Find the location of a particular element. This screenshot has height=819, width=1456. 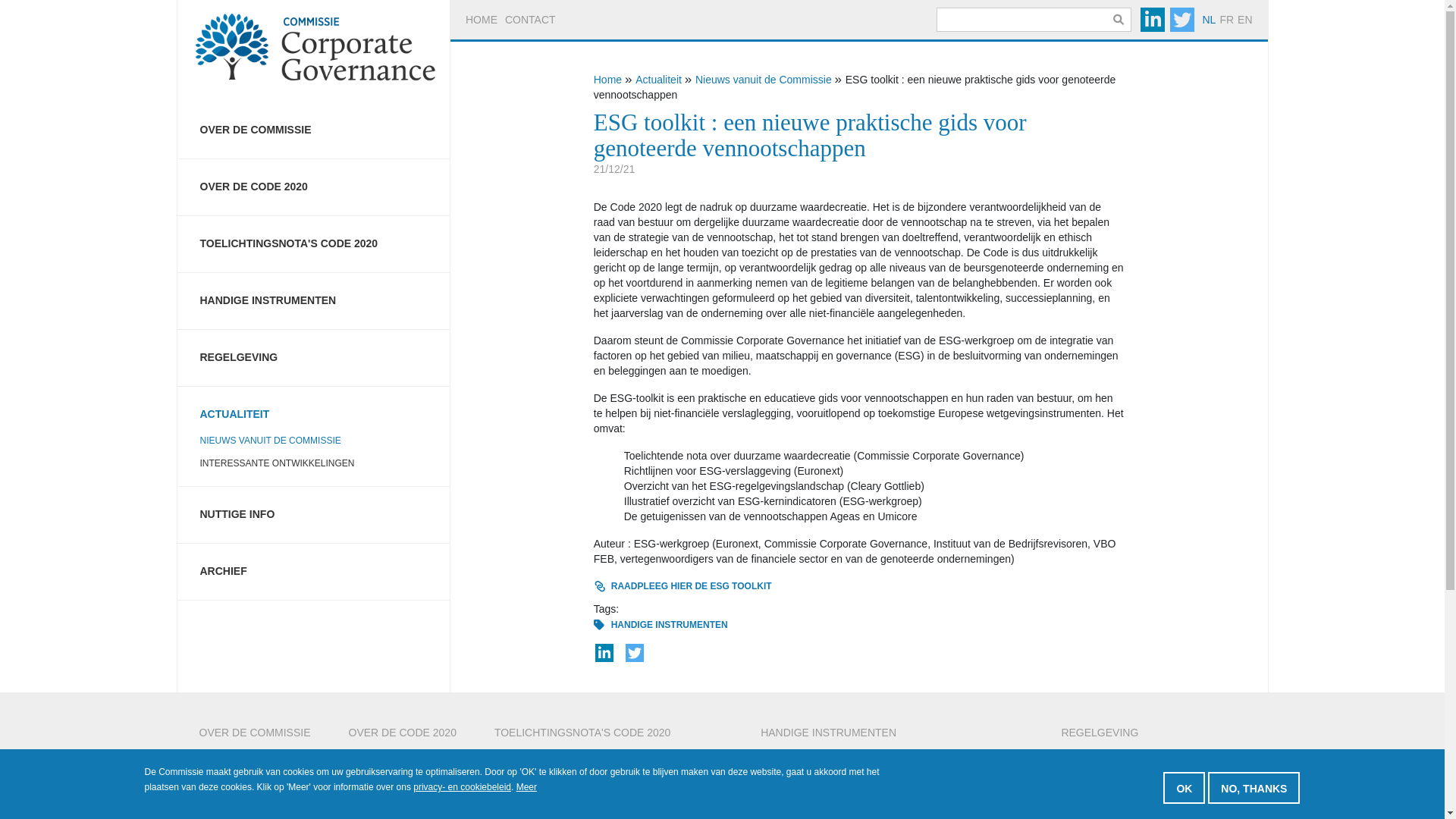

'Actualiteit' is located at coordinates (658, 79).